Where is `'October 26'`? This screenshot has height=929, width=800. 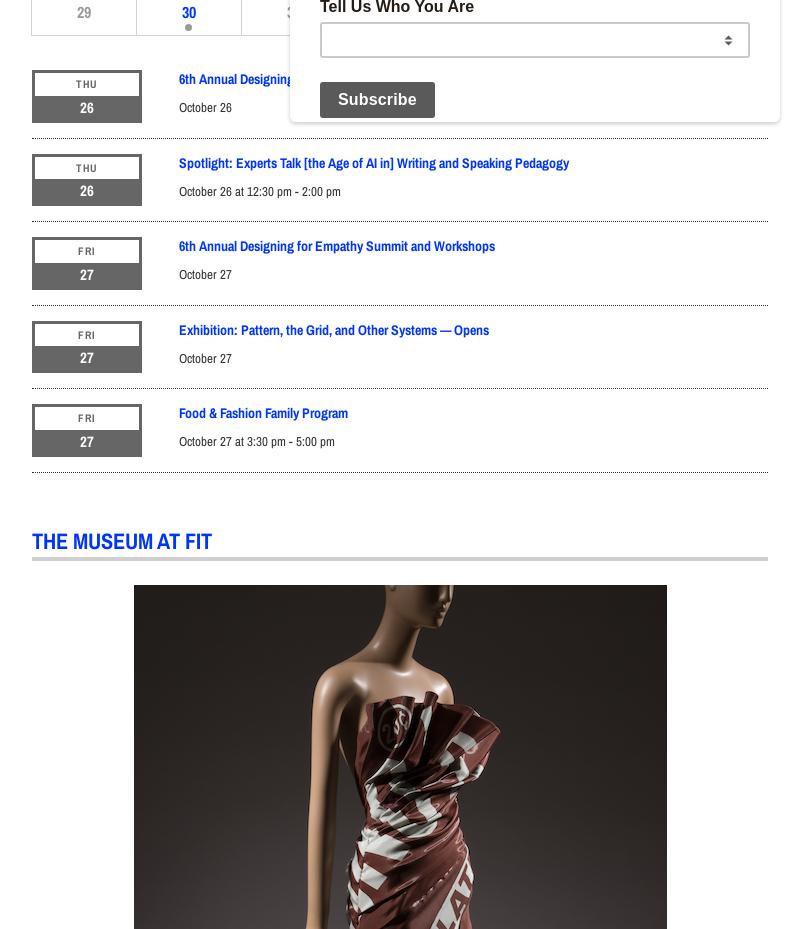 'October 26' is located at coordinates (205, 107).